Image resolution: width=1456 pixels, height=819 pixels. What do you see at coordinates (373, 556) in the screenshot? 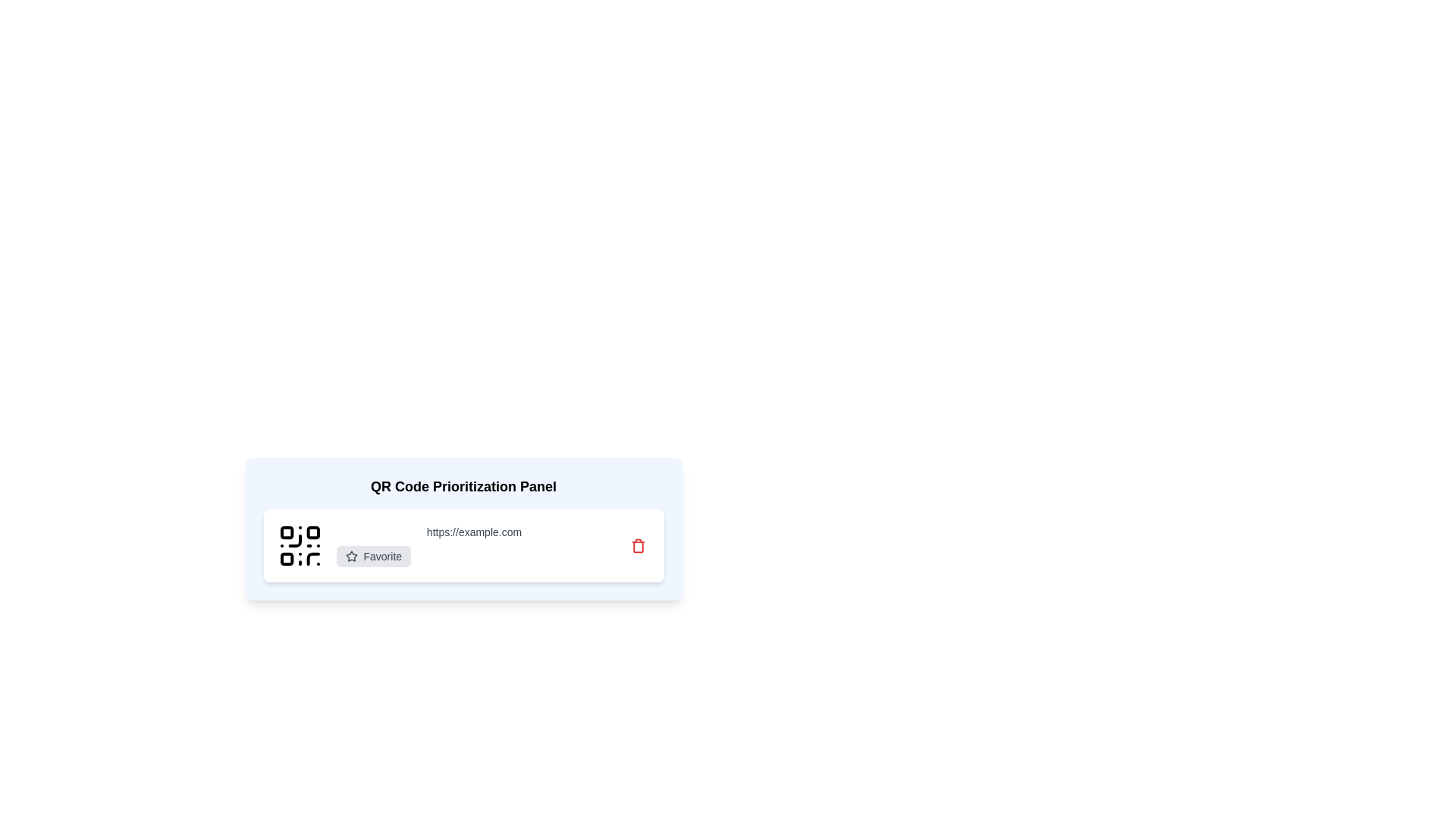
I see `the button located on the right side of the QR code and below the URL 'https://example.com' to mark the associated item as a favorite` at bounding box center [373, 556].